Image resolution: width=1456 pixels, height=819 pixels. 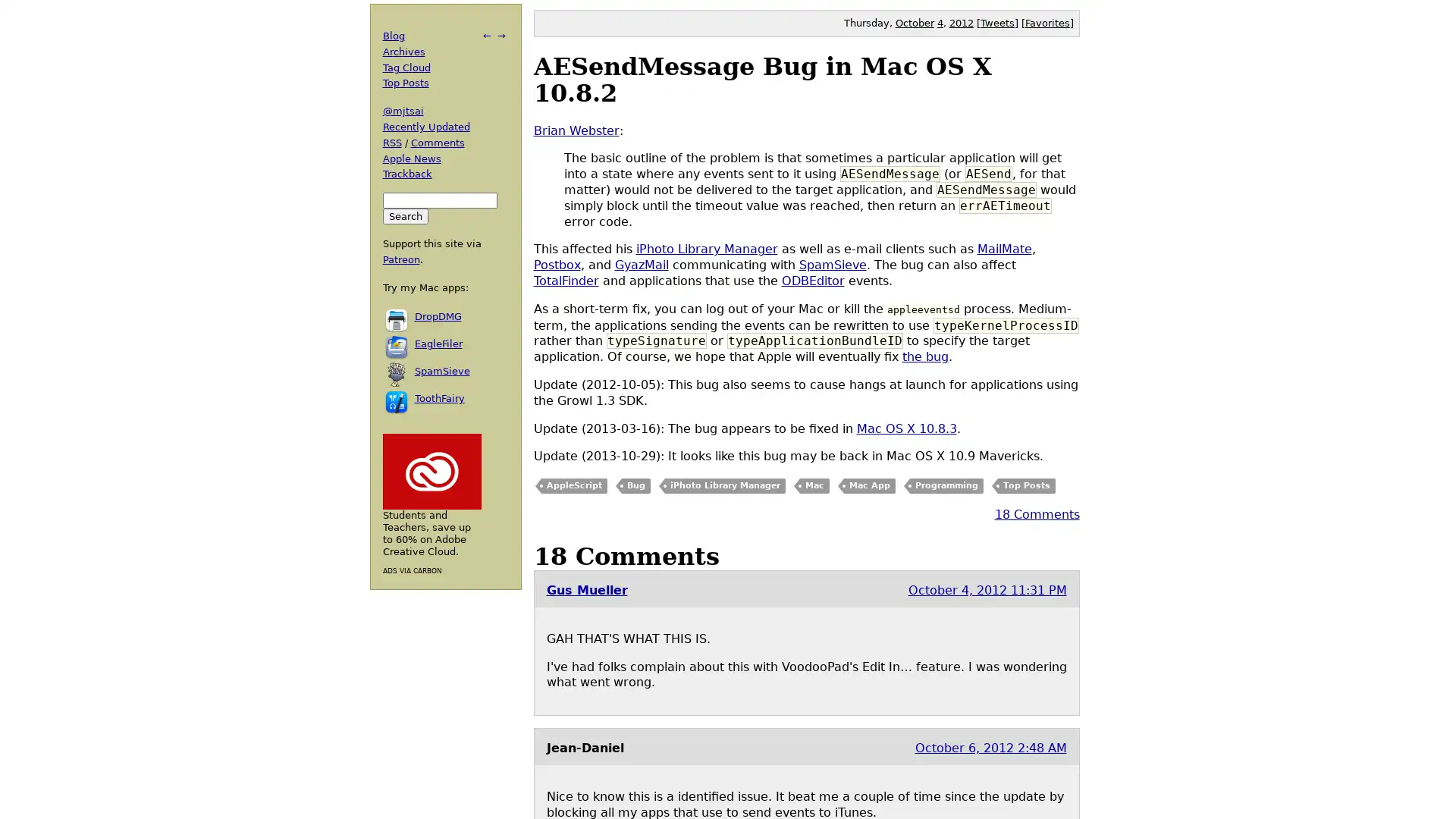 I want to click on Search, so click(x=404, y=216).